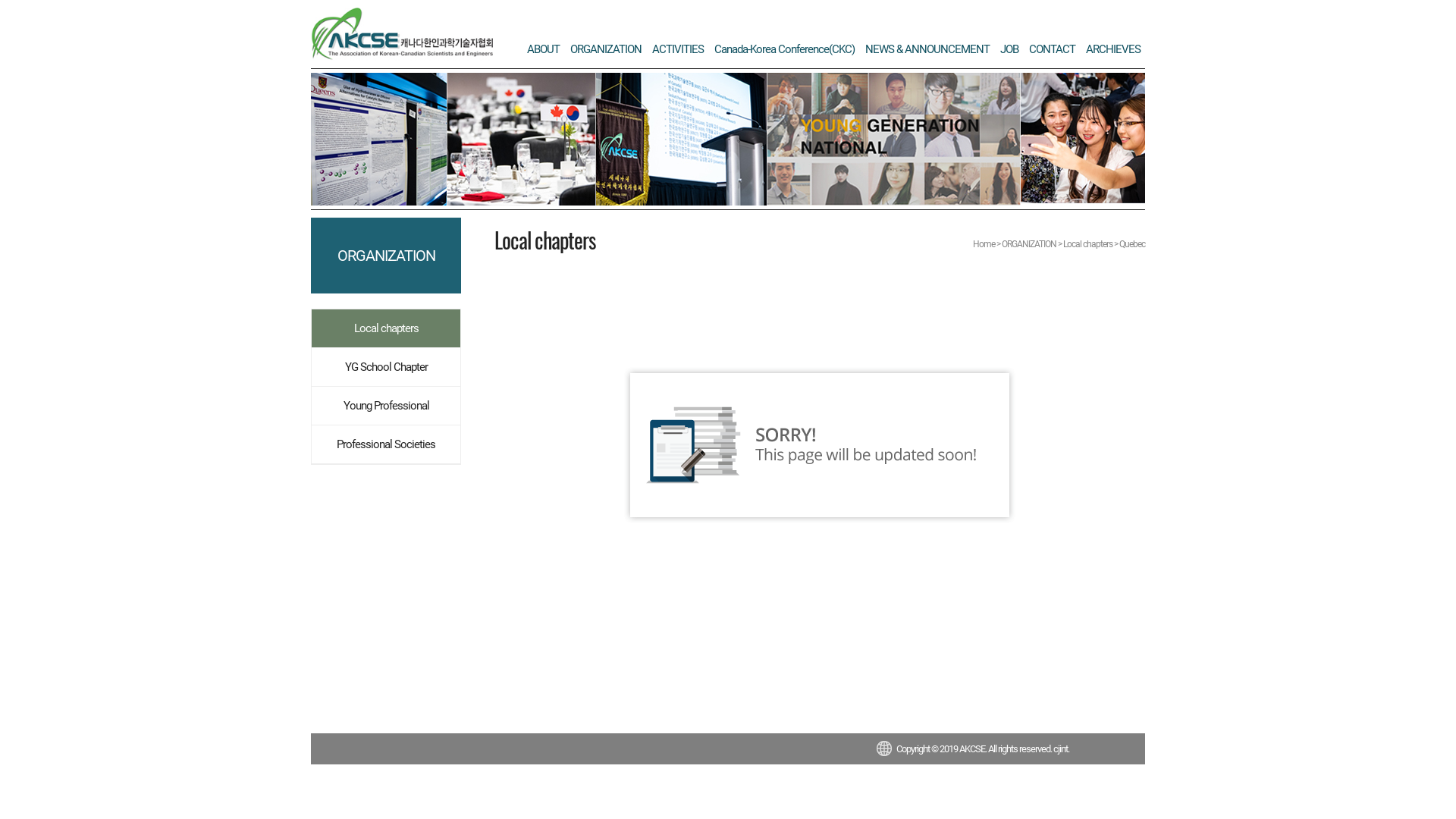  Describe the element at coordinates (676, 49) in the screenshot. I see `'ACTIVITIES'` at that location.